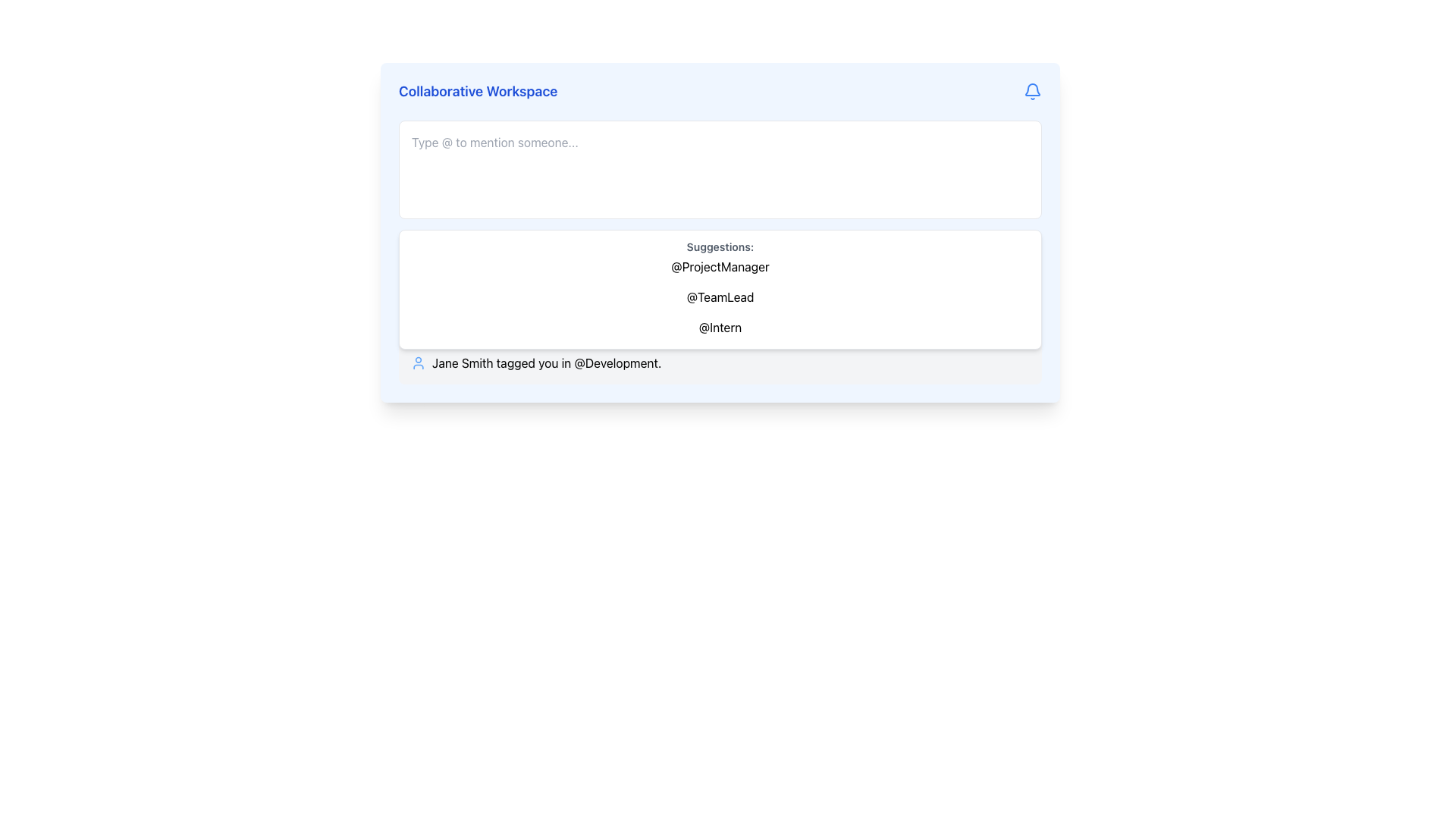  Describe the element at coordinates (720, 327) in the screenshot. I see `the text label reading '@Intern'` at that location.